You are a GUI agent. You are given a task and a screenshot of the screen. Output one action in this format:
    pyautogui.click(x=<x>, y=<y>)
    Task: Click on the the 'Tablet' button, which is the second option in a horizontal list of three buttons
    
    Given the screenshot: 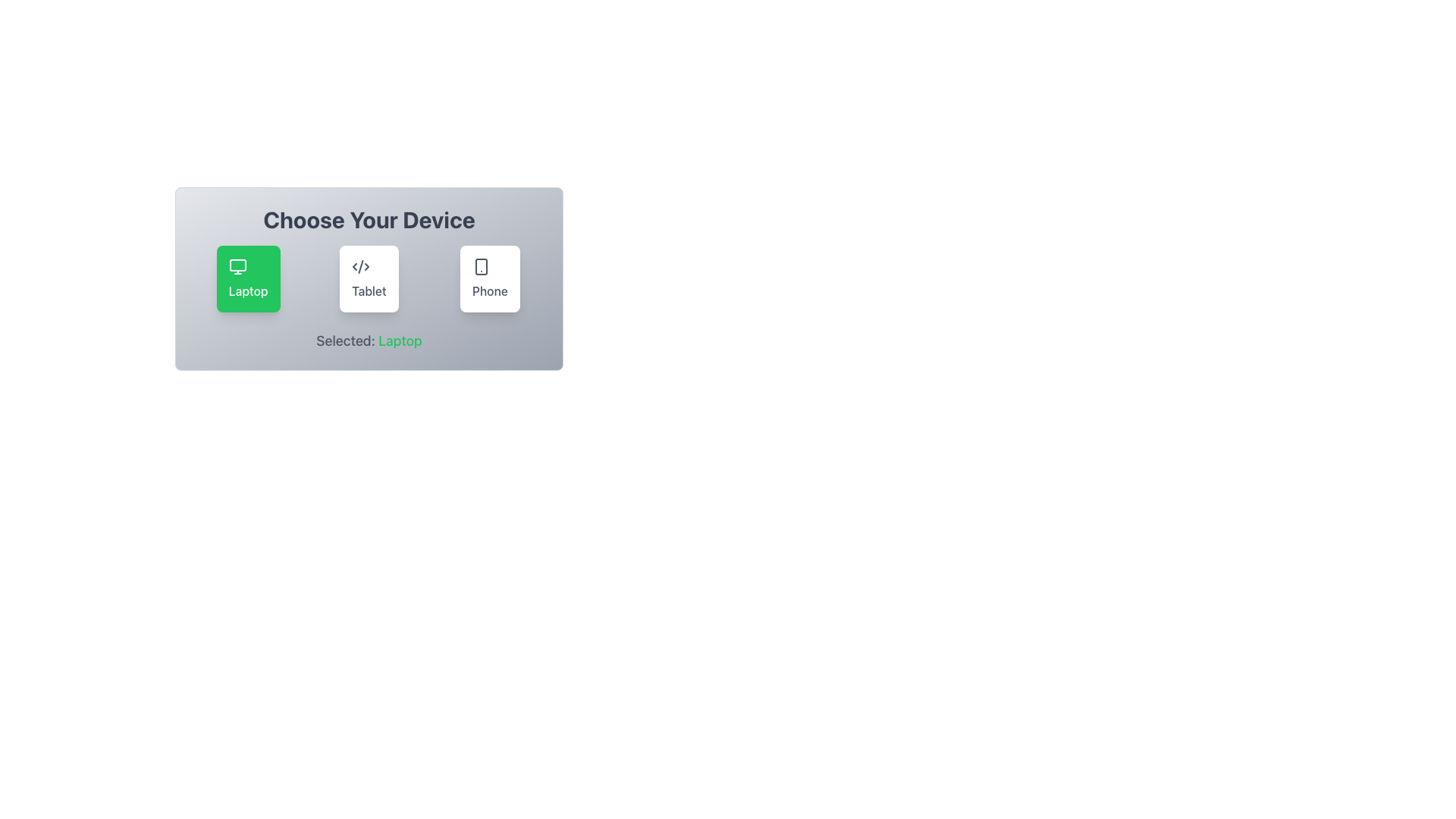 What is the action you would take?
    pyautogui.click(x=369, y=278)
    